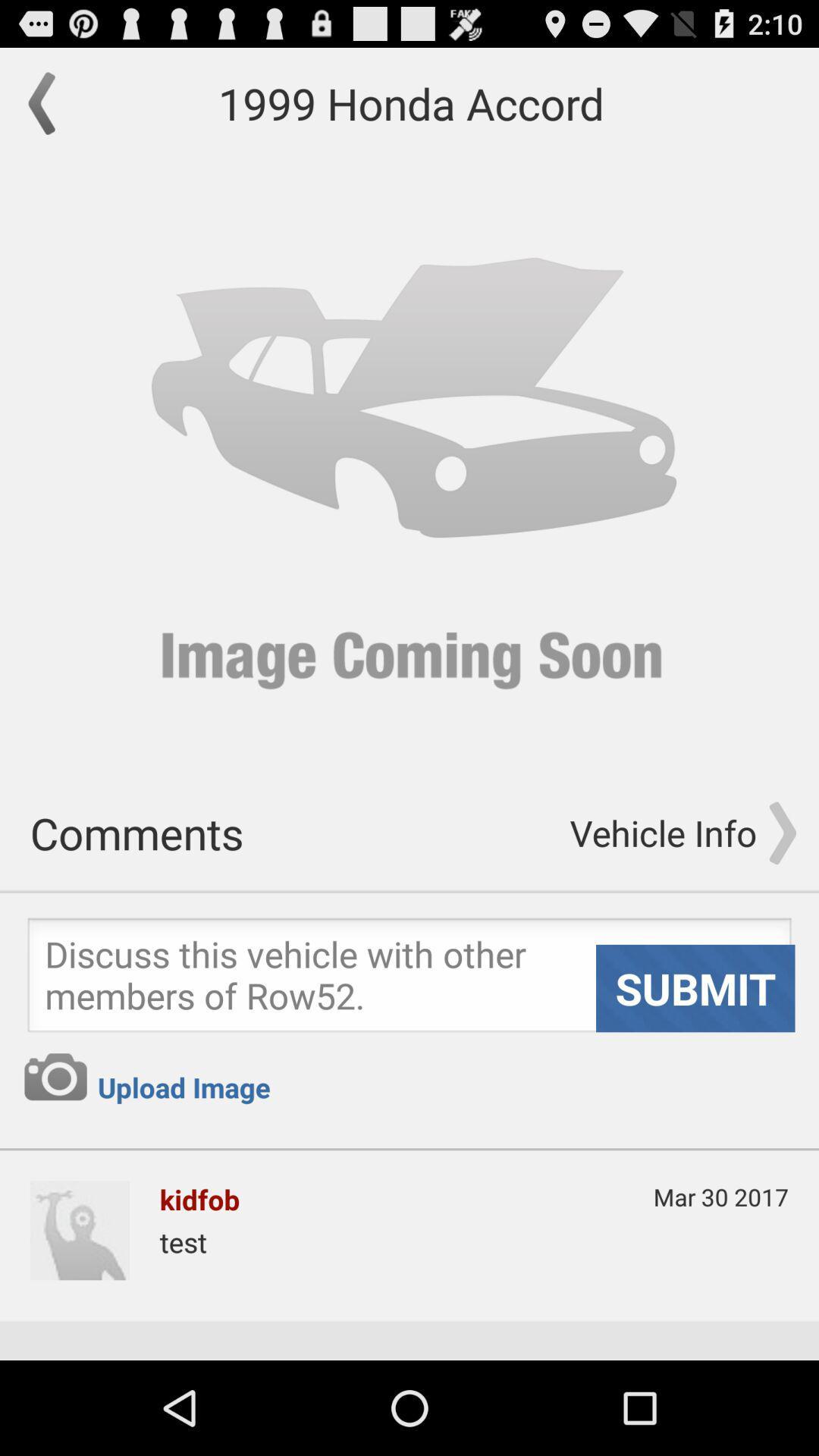 This screenshot has width=819, height=1456. What do you see at coordinates (55, 1076) in the screenshot?
I see `the item next to upload image icon` at bounding box center [55, 1076].